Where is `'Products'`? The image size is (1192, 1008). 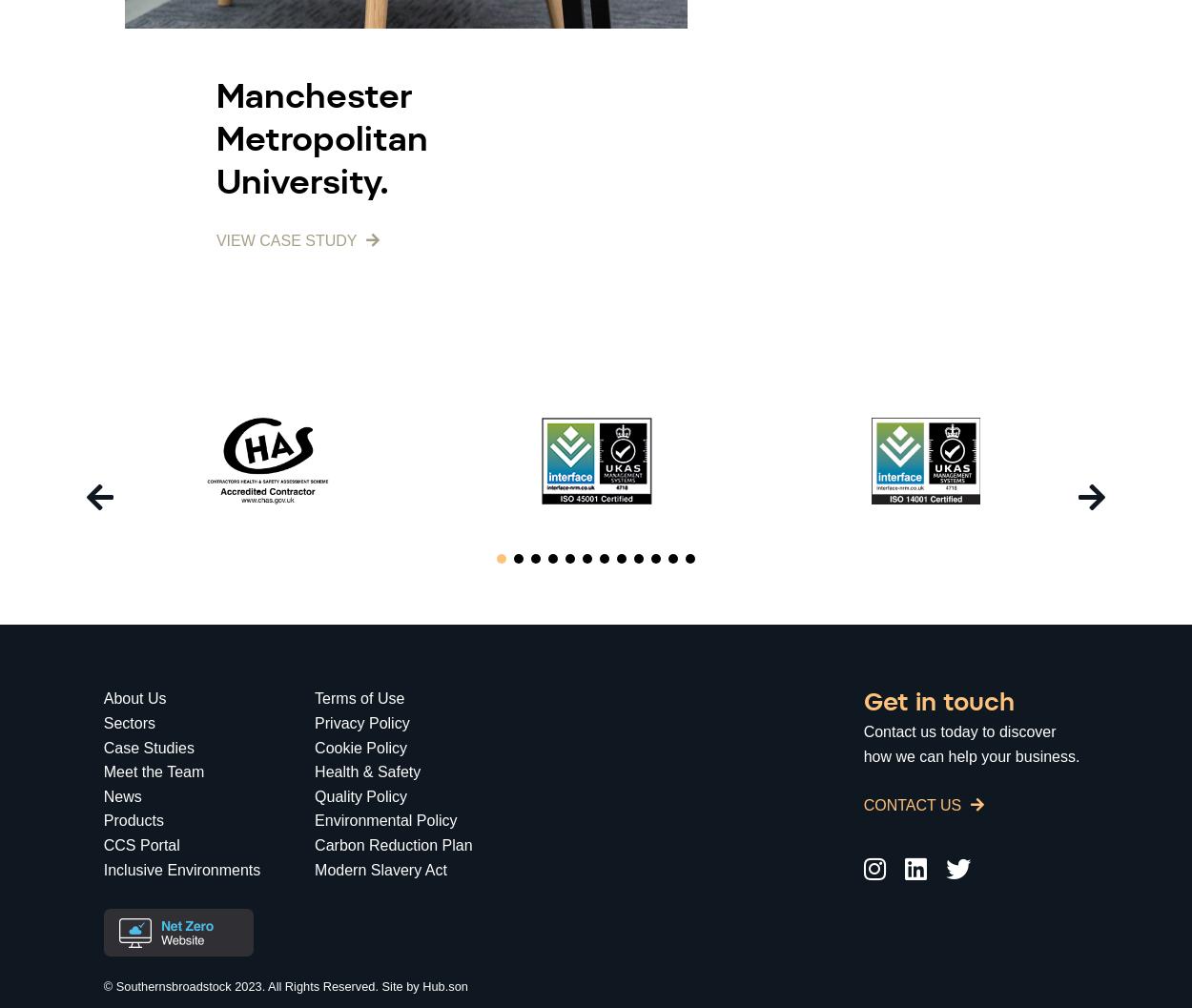
'Products' is located at coordinates (102, 819).